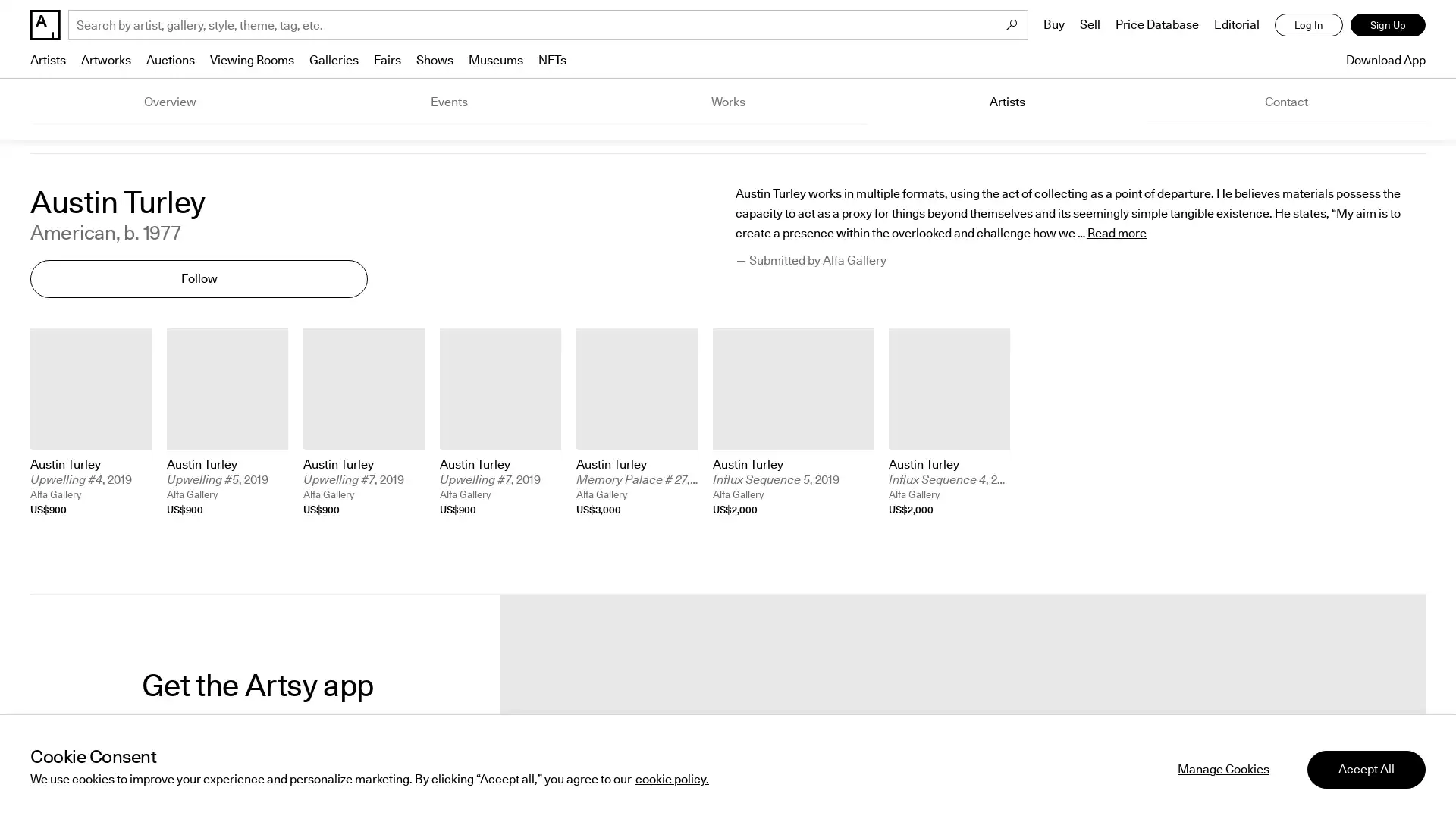 Image resolution: width=1456 pixels, height=819 pixels. I want to click on Skip to end of content, so click(30, 328).